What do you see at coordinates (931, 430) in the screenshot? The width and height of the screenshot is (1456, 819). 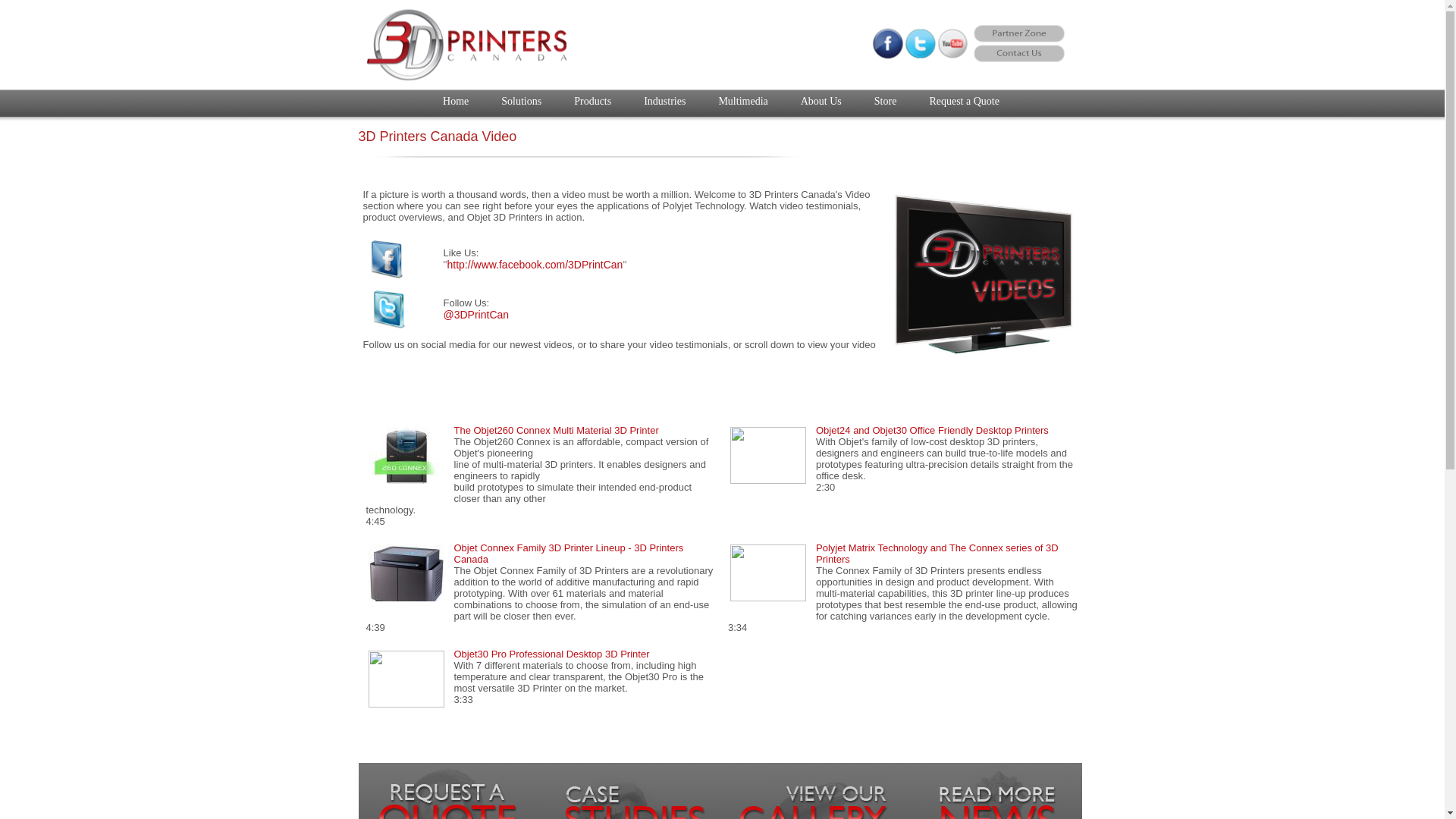 I see `'Objet24 and Objet30 Office Friendly Desktop Printers'` at bounding box center [931, 430].